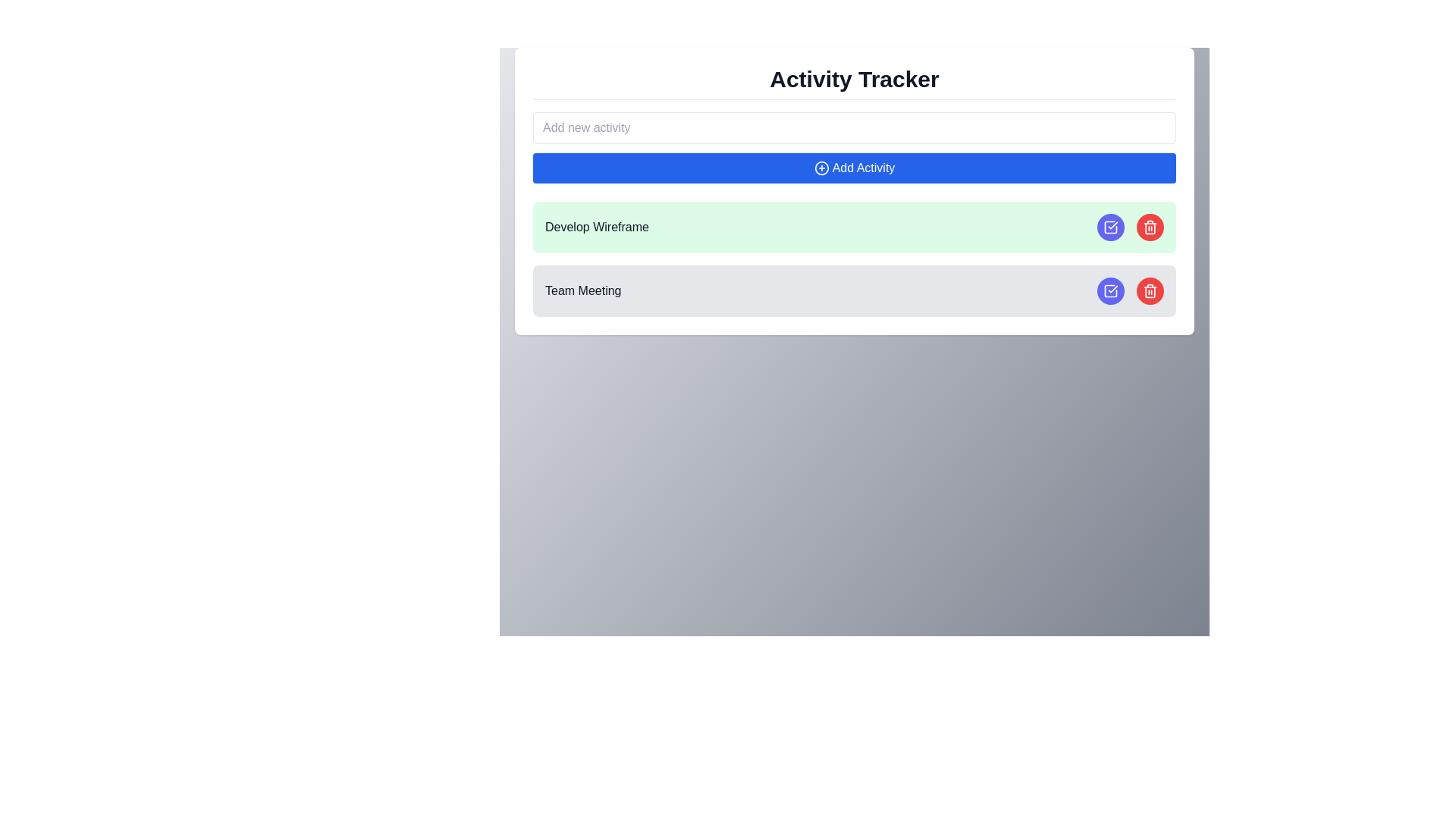 The height and width of the screenshot is (819, 1456). Describe the element at coordinates (1110, 291) in the screenshot. I see `the square icon with a checkmark inside the purple background, located within the light blue circular button on the right side of the 'Team Meeting' list item` at that location.